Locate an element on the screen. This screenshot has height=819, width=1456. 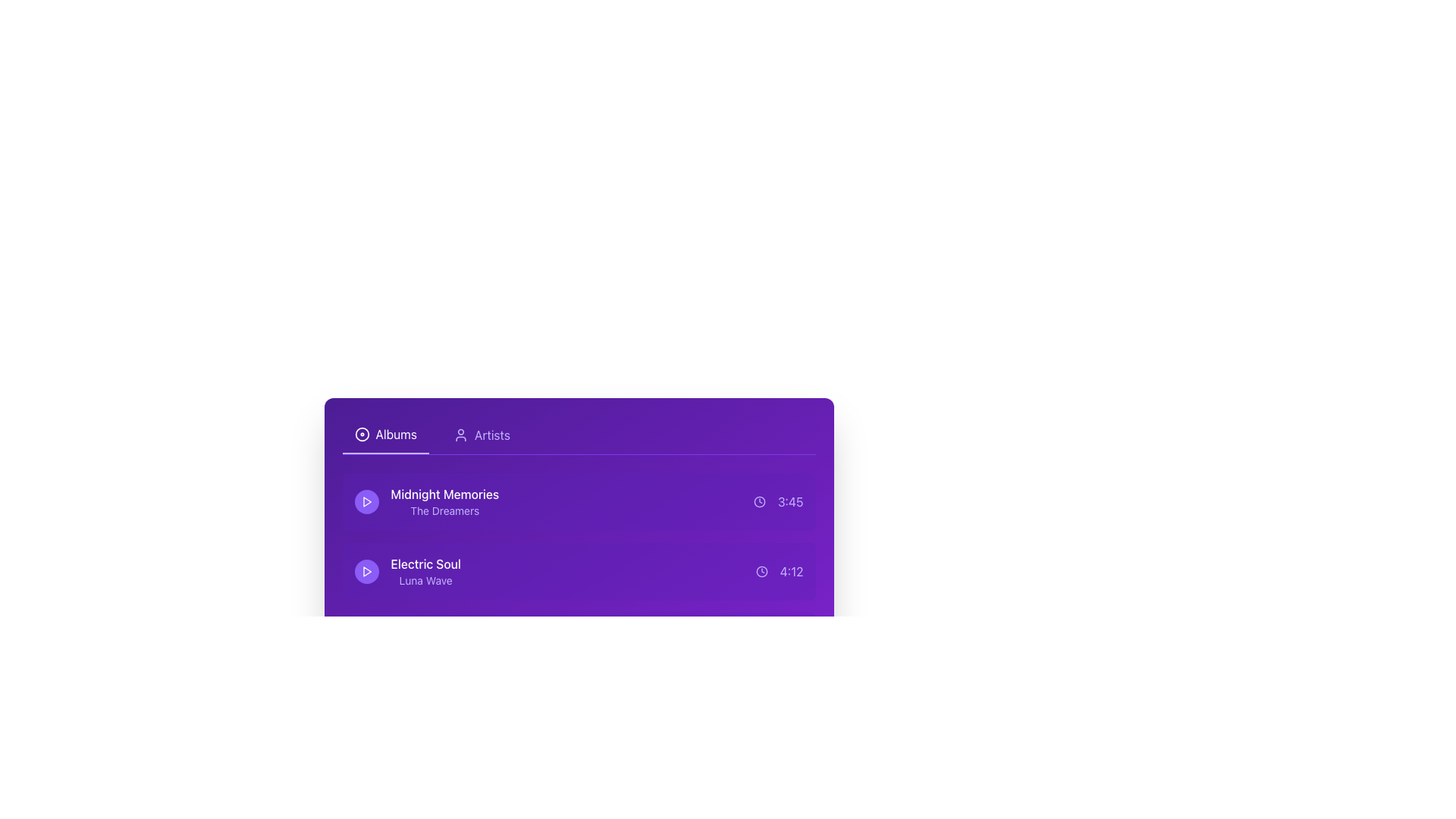
the 'Electric Soul' text label, which is styled with a medium-weight font and is the first line of text in a purple-themed user interface under the 'Albums' heading is located at coordinates (425, 564).